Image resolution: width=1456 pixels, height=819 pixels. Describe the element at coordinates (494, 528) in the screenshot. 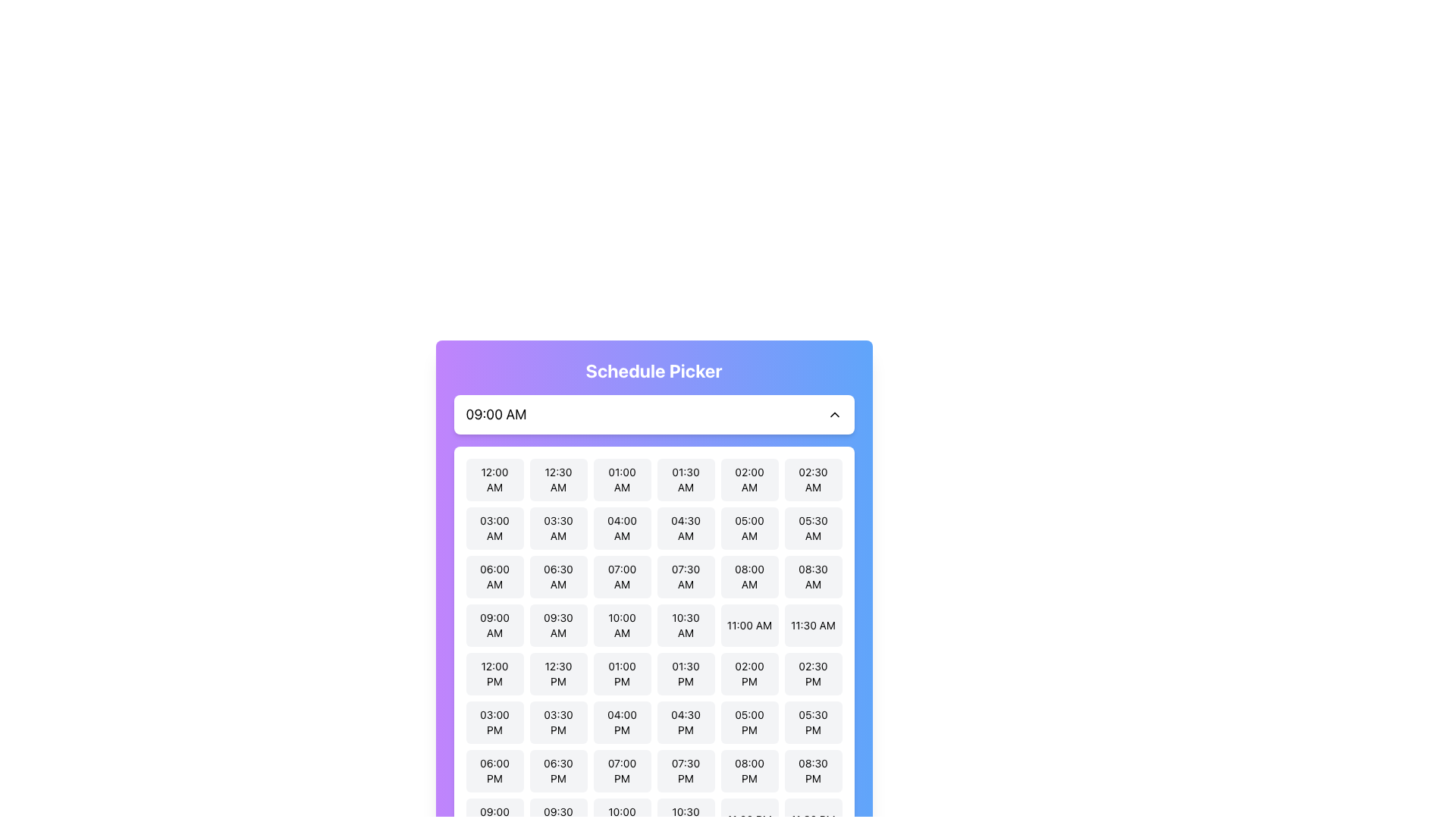

I see `the button labeled '03:00 AM', which is a rectangular button with rounded corners, located in the second row, first column of the schedule picker grid` at that location.